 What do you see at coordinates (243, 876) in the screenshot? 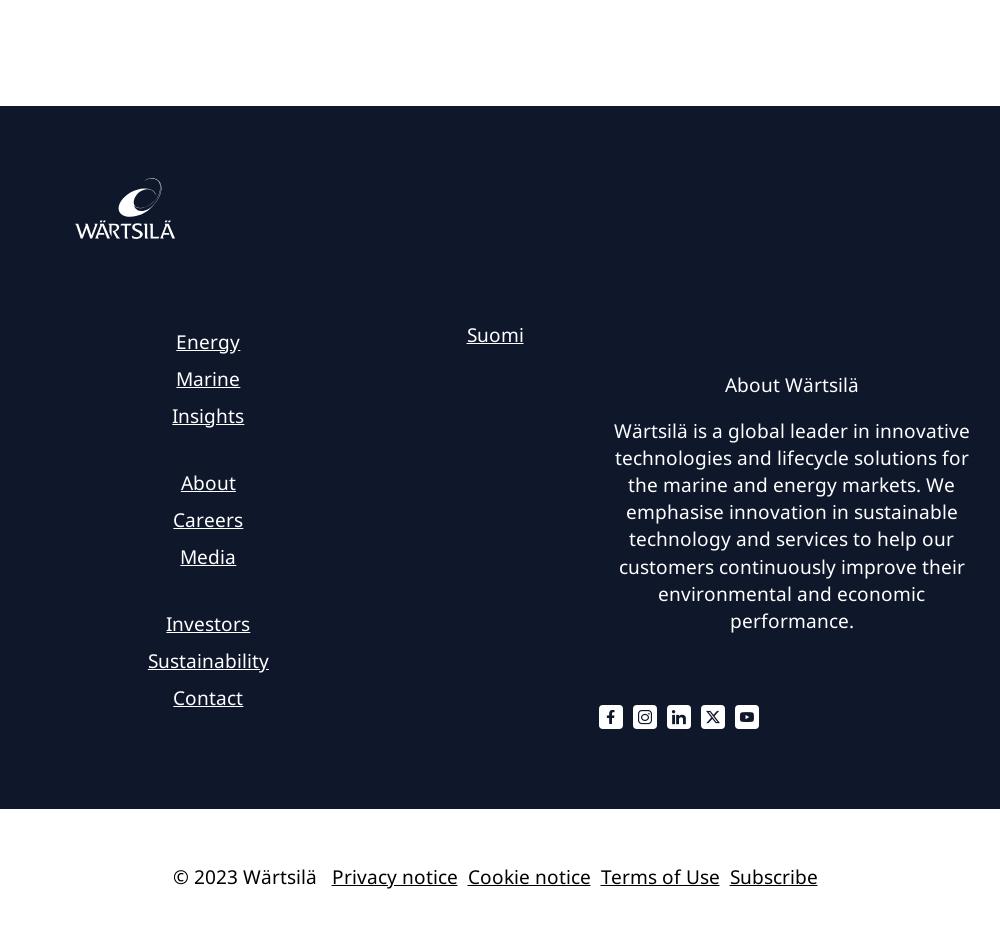
I see `'© 2023 Wärtsilä'` at bounding box center [243, 876].